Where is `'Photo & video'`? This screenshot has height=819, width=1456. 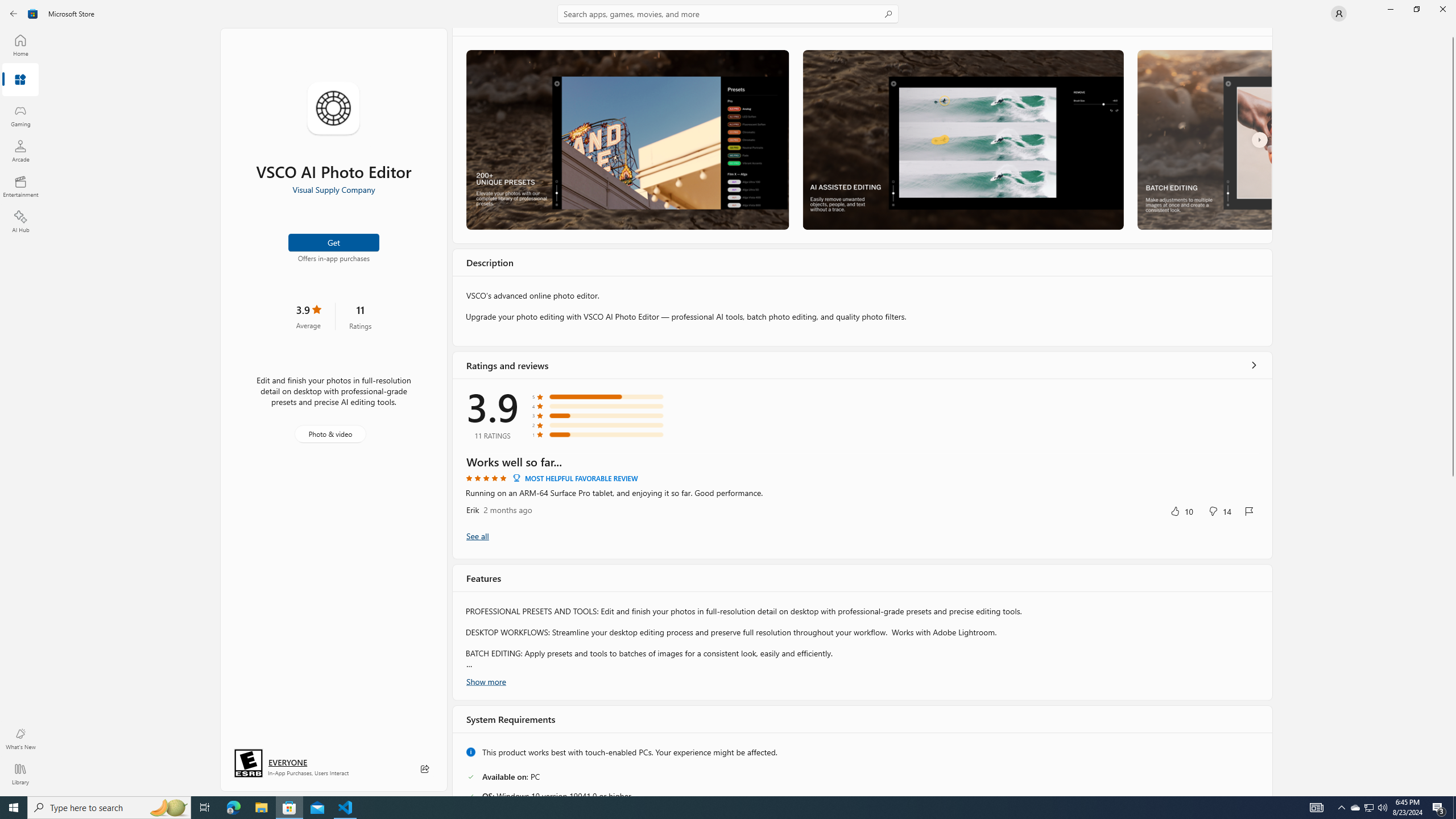 'Photo & video' is located at coordinates (329, 433).